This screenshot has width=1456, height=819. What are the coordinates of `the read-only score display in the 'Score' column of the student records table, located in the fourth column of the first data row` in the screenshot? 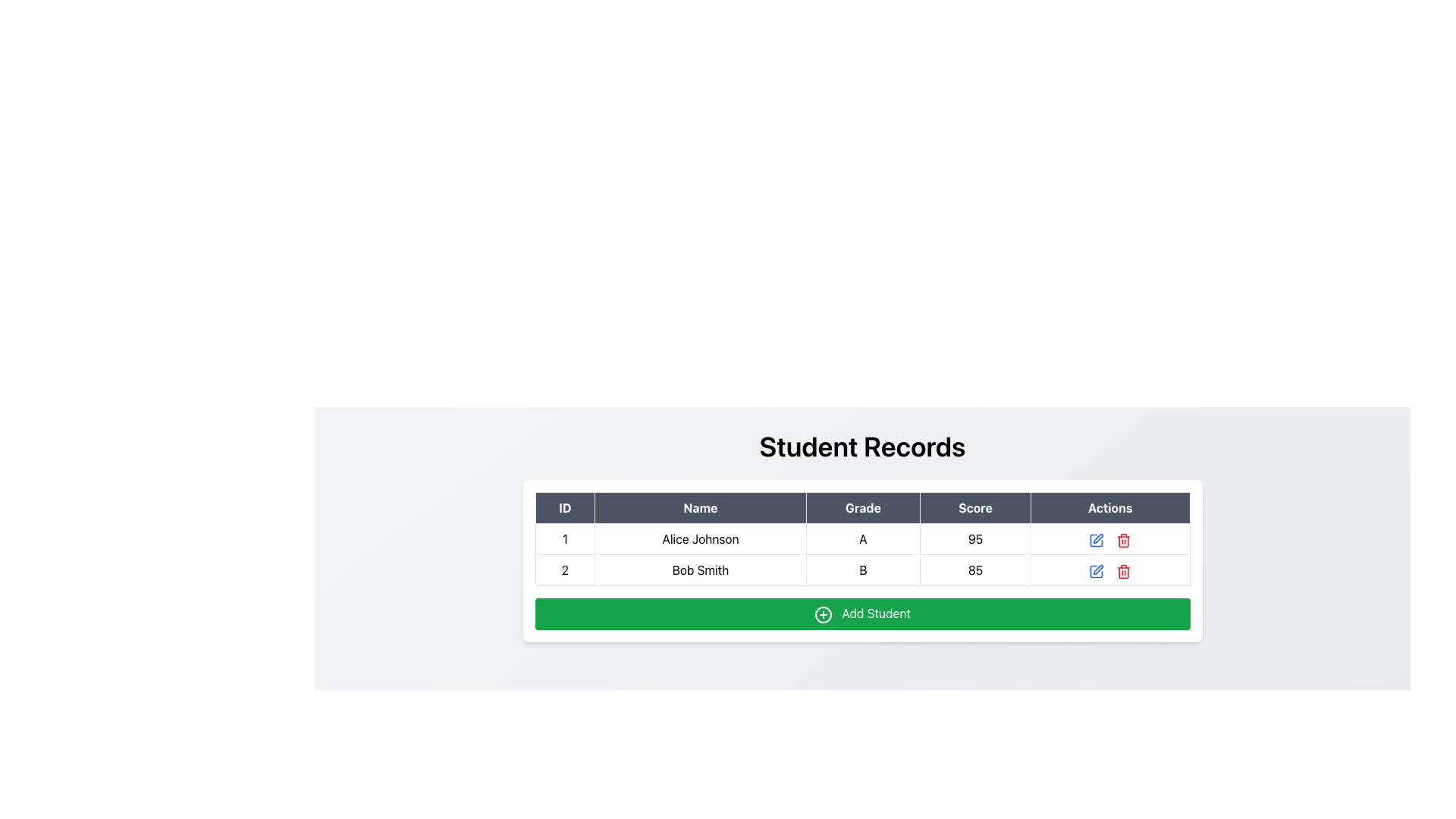 It's located at (975, 538).